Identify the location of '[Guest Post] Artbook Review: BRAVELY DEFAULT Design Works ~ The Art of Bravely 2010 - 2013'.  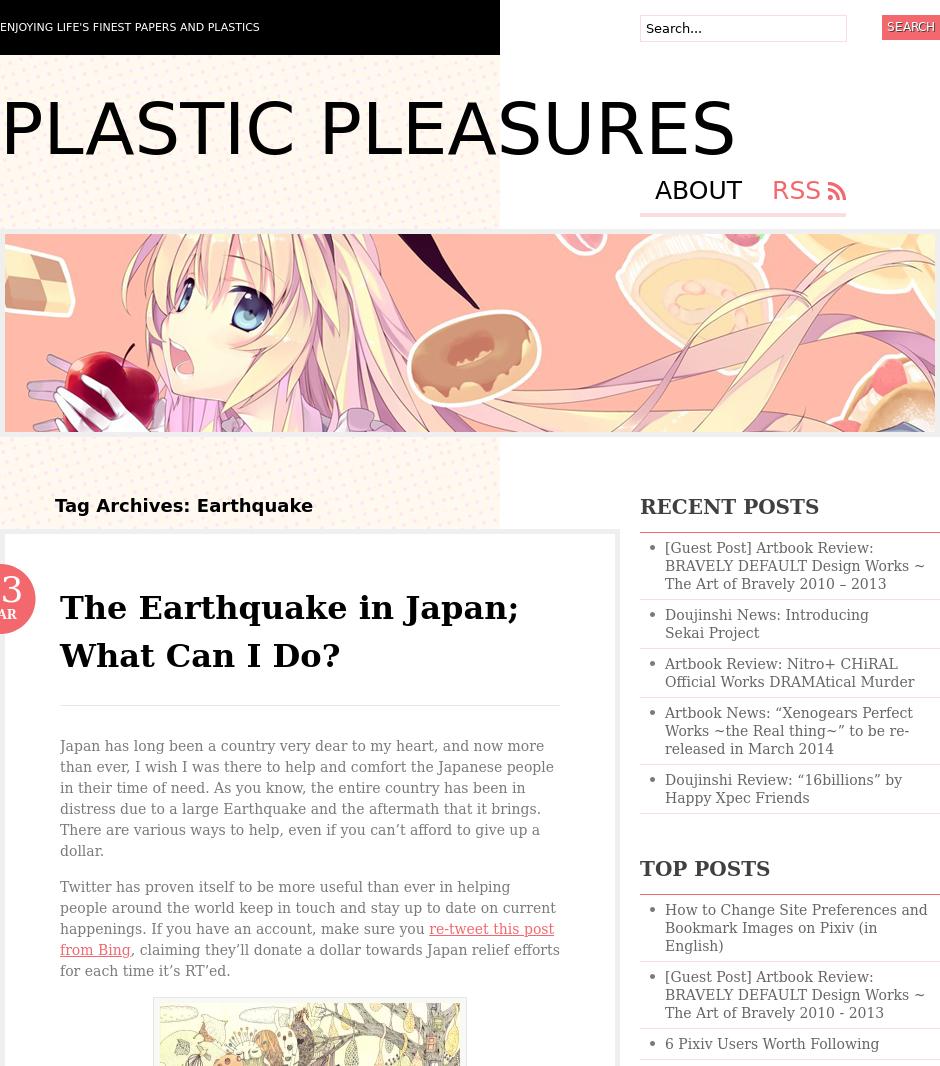
(794, 995).